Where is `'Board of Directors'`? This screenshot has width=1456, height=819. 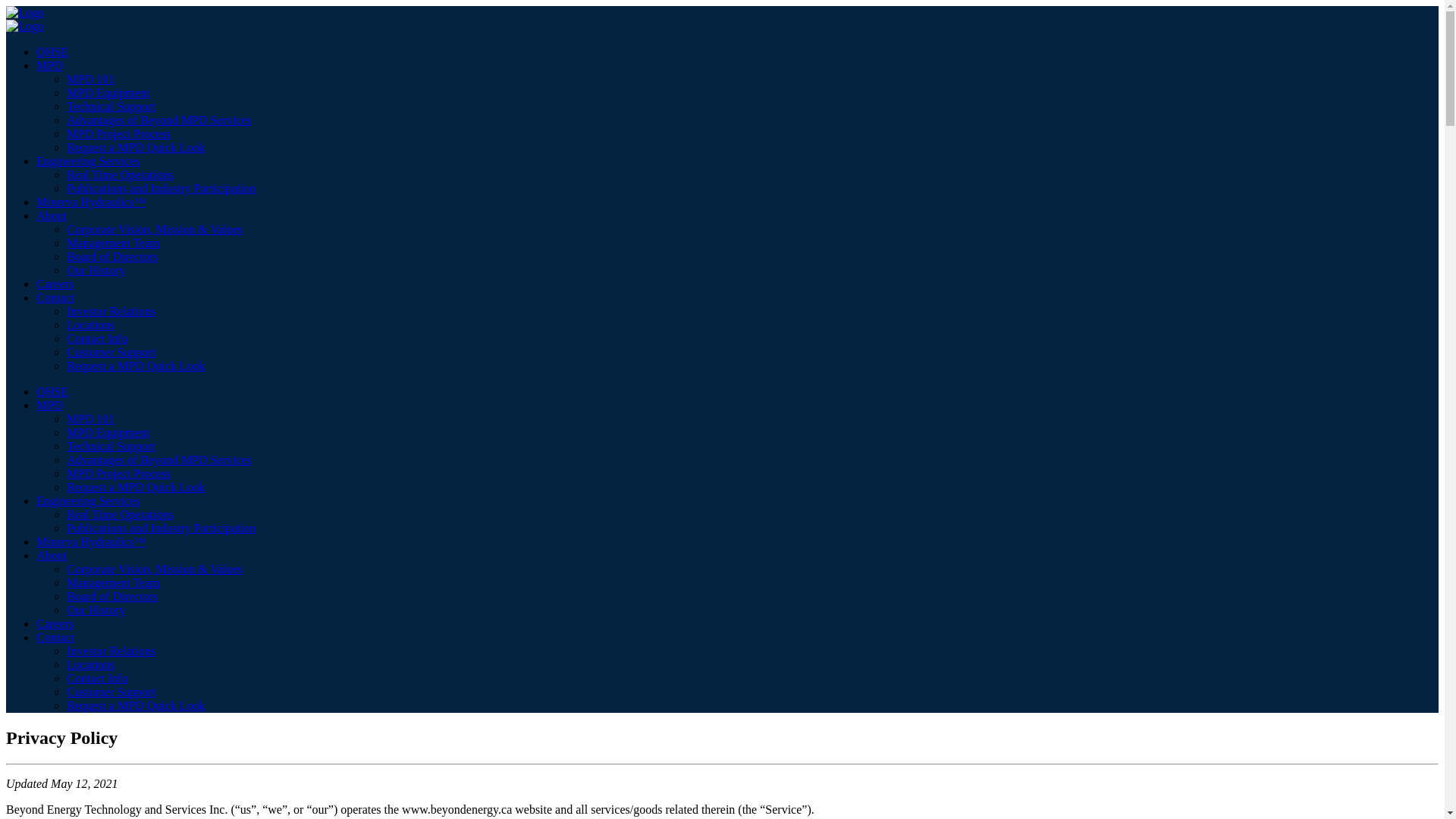 'Board of Directors' is located at coordinates (111, 595).